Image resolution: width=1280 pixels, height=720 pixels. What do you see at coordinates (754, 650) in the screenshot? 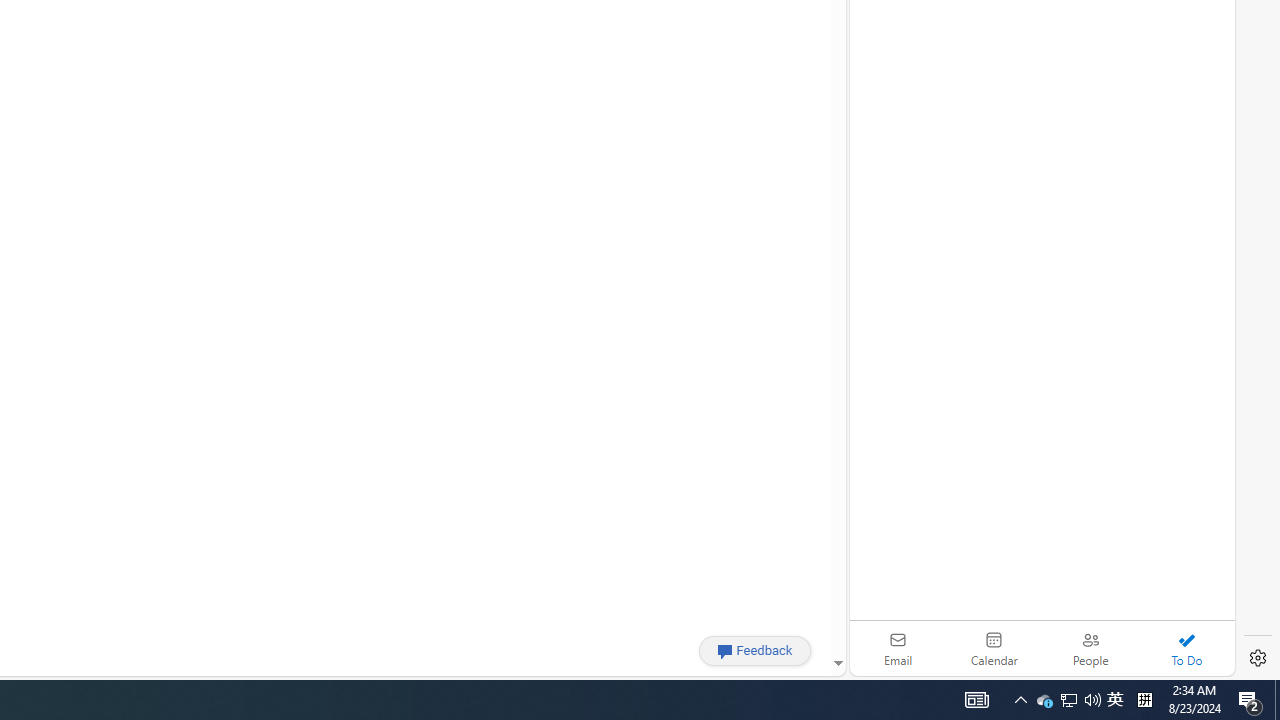
I see `'Feedback'` at bounding box center [754, 650].